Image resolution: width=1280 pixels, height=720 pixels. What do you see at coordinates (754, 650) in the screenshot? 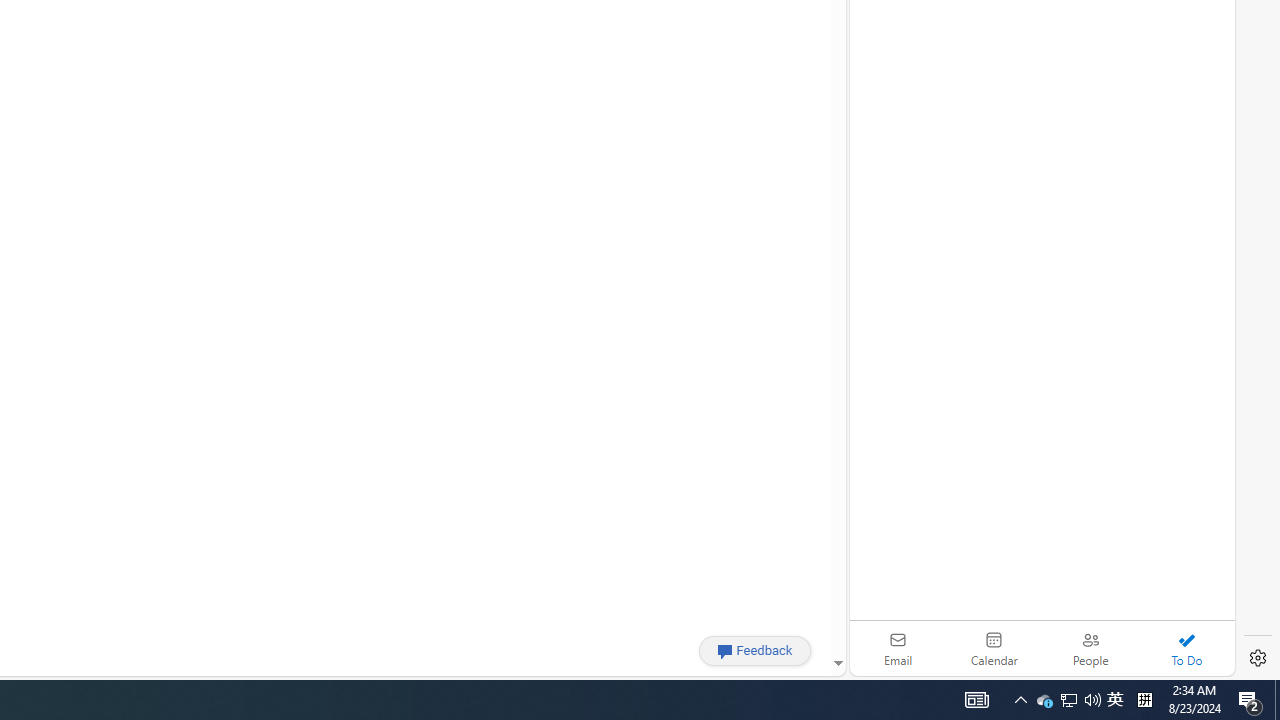
I see `'Feedback'` at bounding box center [754, 650].